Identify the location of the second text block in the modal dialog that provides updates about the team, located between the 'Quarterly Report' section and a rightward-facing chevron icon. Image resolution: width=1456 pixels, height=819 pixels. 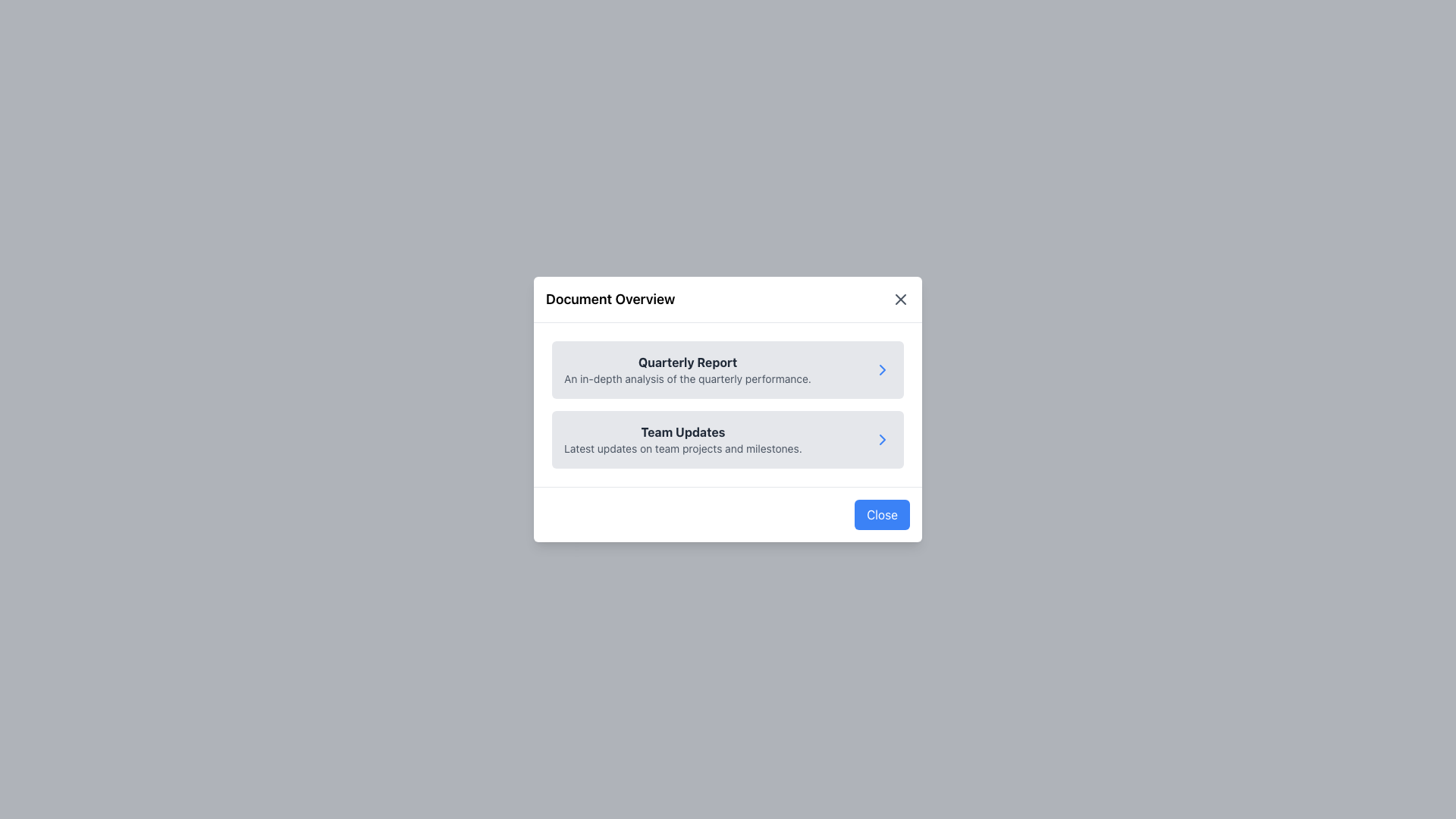
(682, 439).